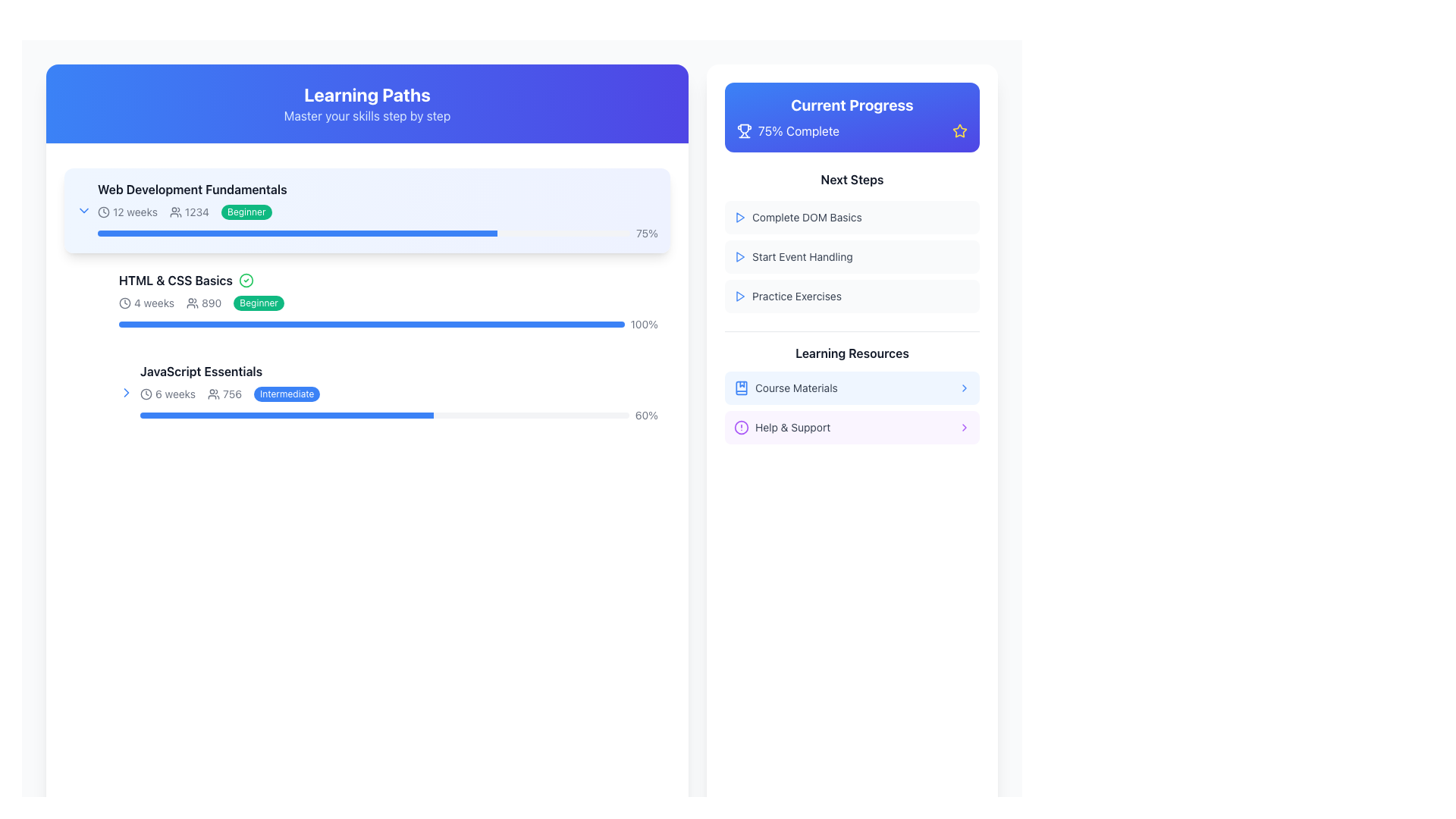 This screenshot has width=1456, height=819. Describe the element at coordinates (852, 427) in the screenshot. I see `the 'Help & Support' button, which has a light purple background and contains an icon of a circle with an exclamation mark` at that location.